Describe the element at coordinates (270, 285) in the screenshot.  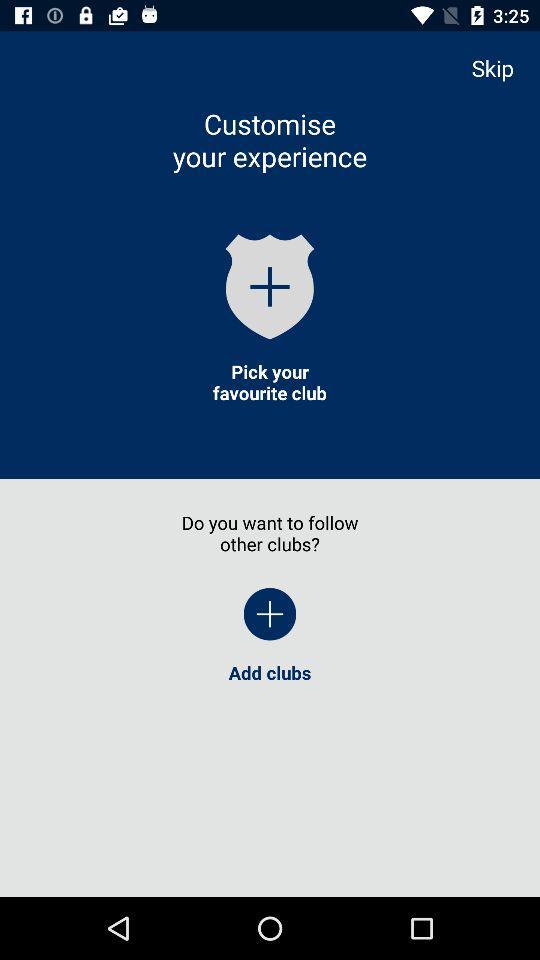
I see `icon above pick your favourite icon` at that location.